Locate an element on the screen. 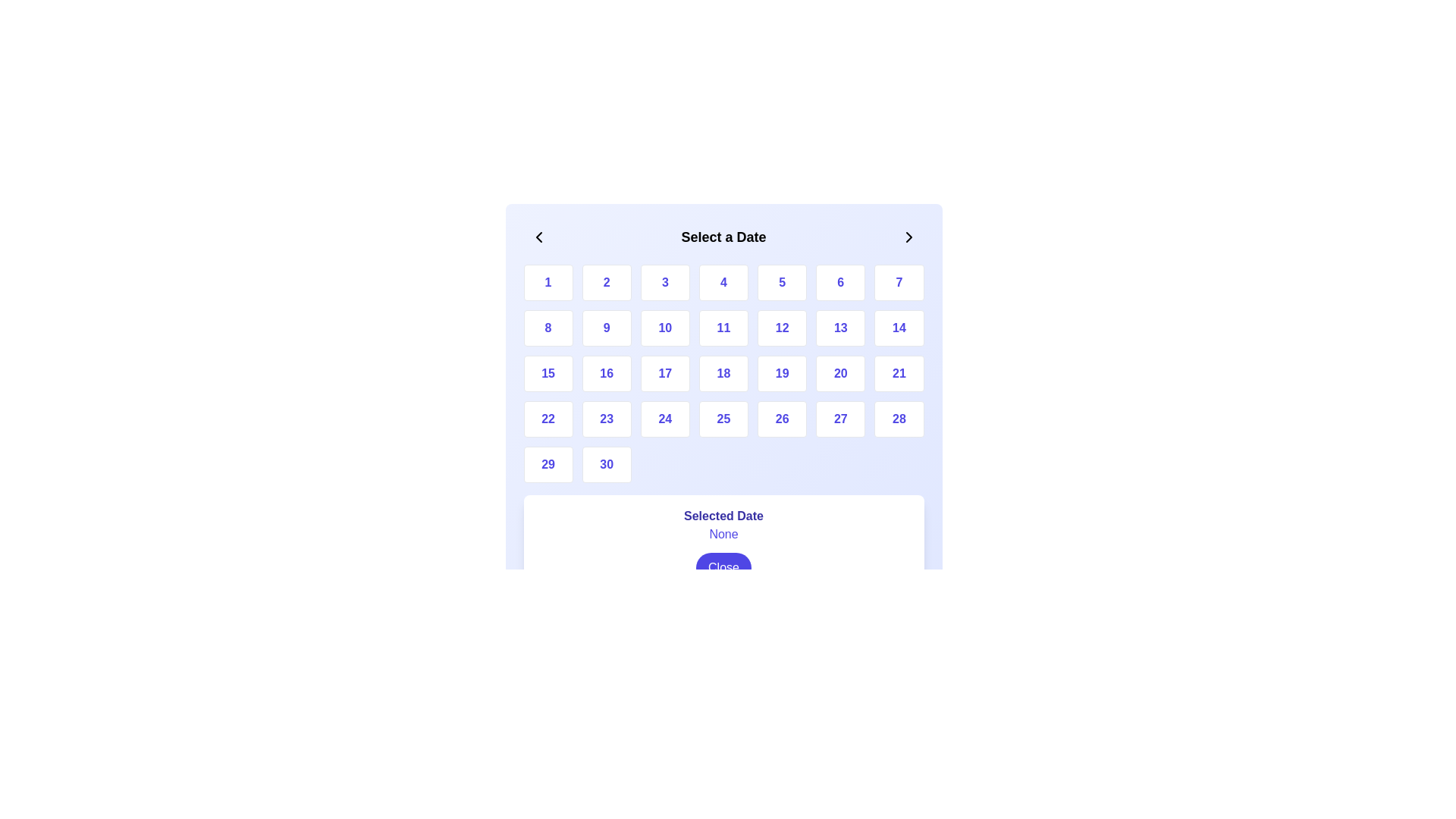 The height and width of the screenshot is (819, 1456). the bold text label that reads 'Select a Date', which is centrally aligned in the header section of the calendar date selector is located at coordinates (723, 237).